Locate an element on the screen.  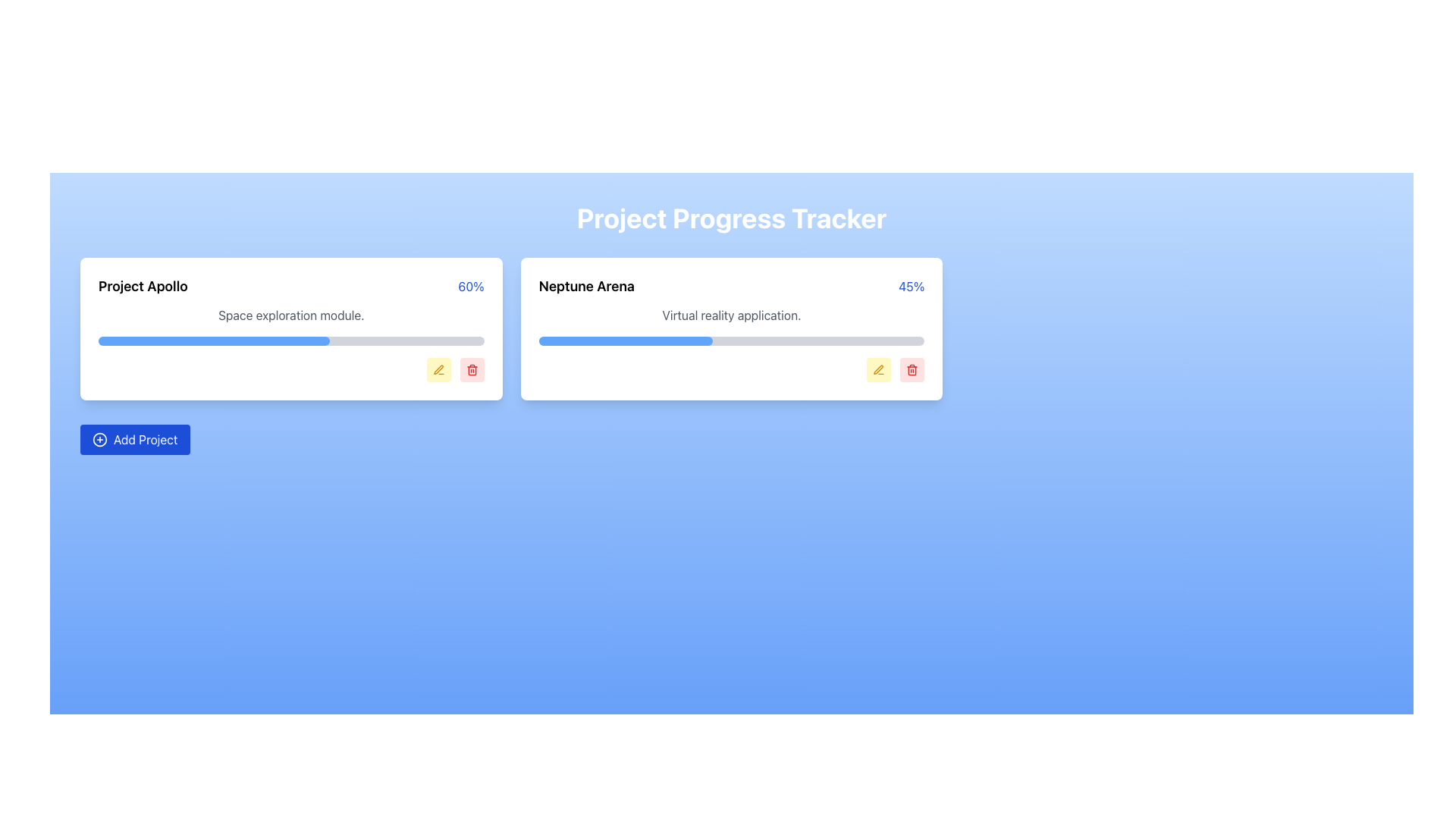
the text label displaying 'Neptune Arena', which is styled with a bold font and positioned to the left of the smaller label '45%' is located at coordinates (585, 287).